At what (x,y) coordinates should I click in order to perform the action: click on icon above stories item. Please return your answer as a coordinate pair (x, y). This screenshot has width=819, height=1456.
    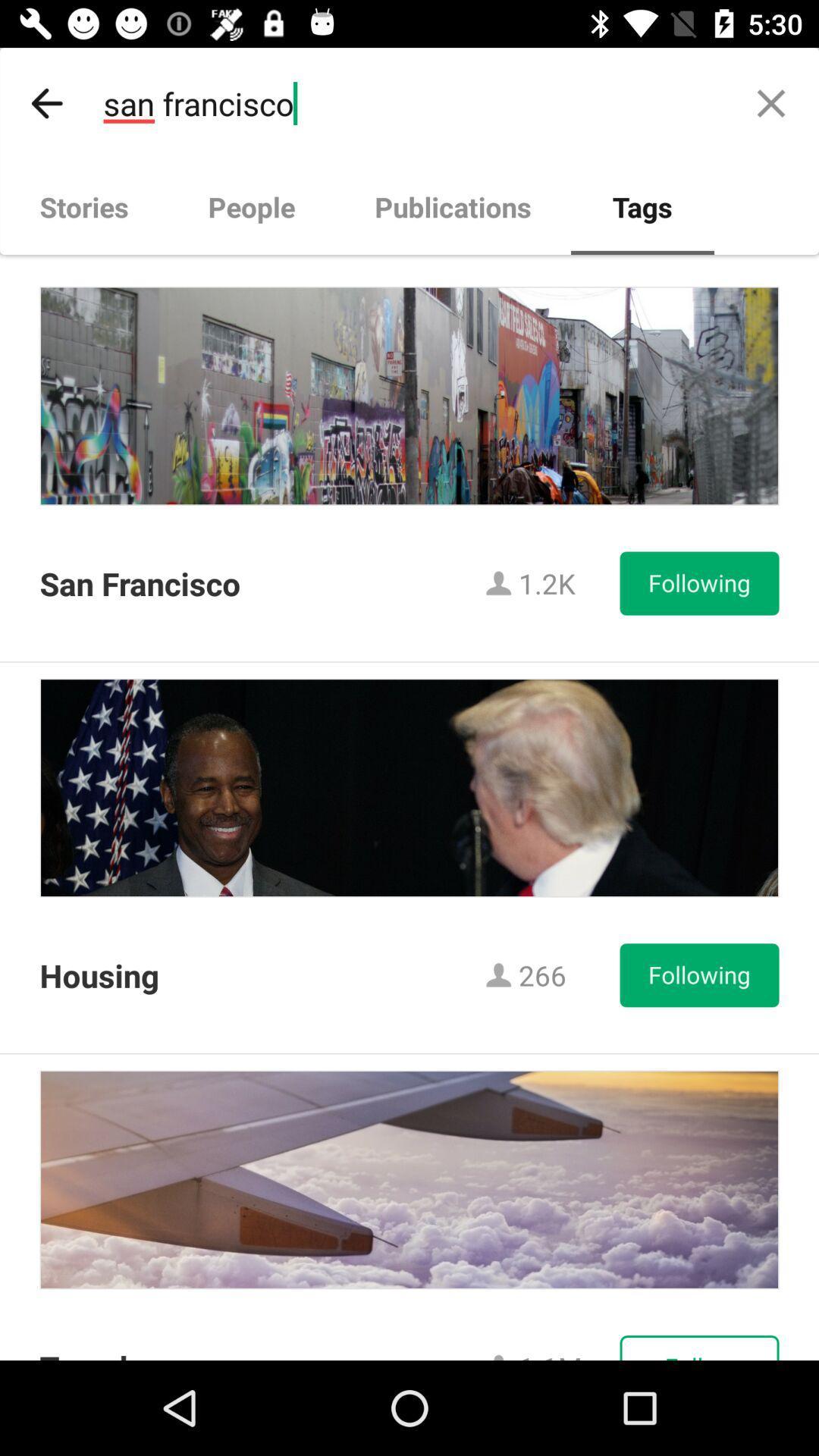
    Looking at the image, I should click on (46, 102).